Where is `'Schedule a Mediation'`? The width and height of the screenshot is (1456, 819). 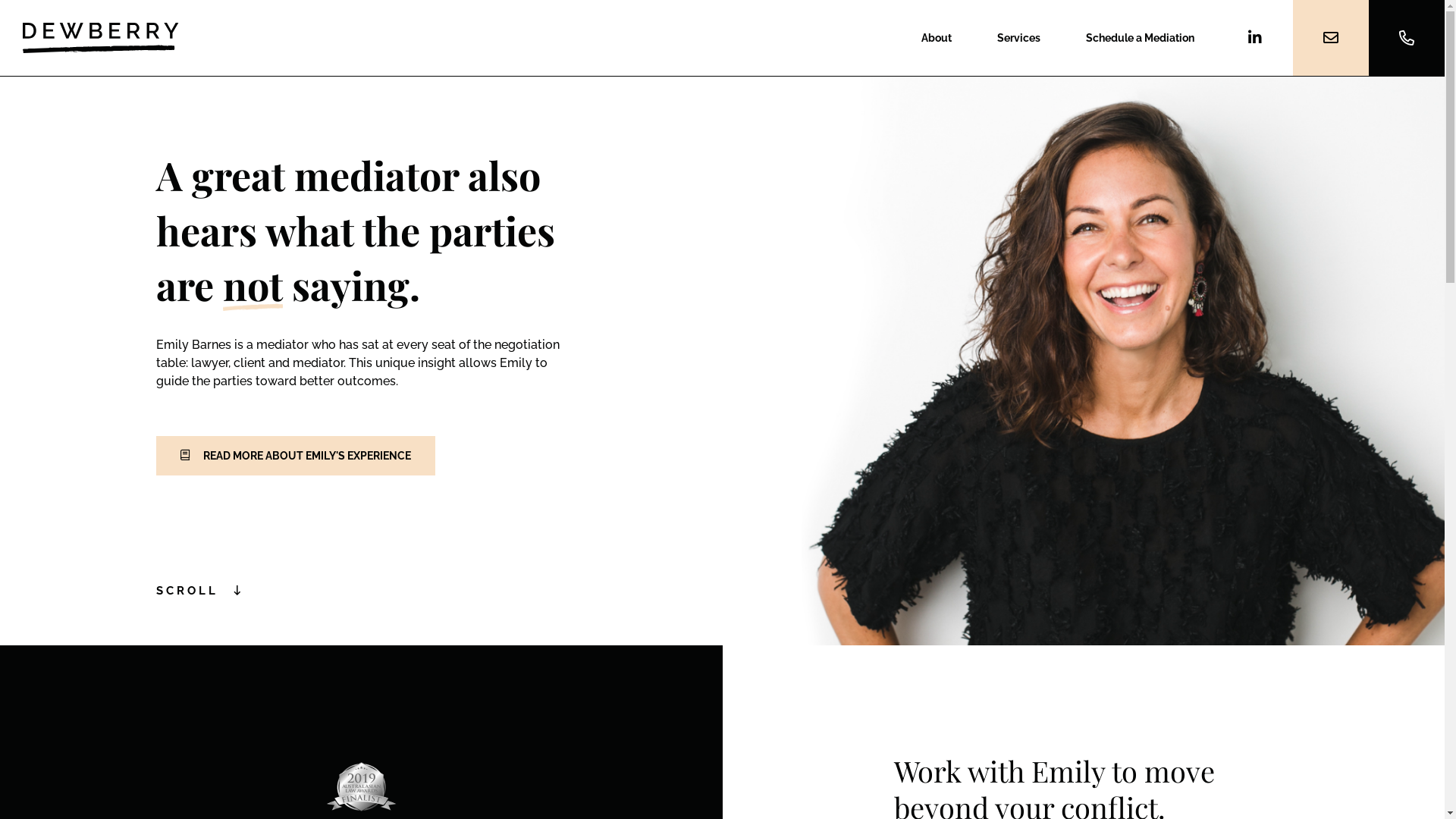 'Schedule a Mediation' is located at coordinates (1140, 37).